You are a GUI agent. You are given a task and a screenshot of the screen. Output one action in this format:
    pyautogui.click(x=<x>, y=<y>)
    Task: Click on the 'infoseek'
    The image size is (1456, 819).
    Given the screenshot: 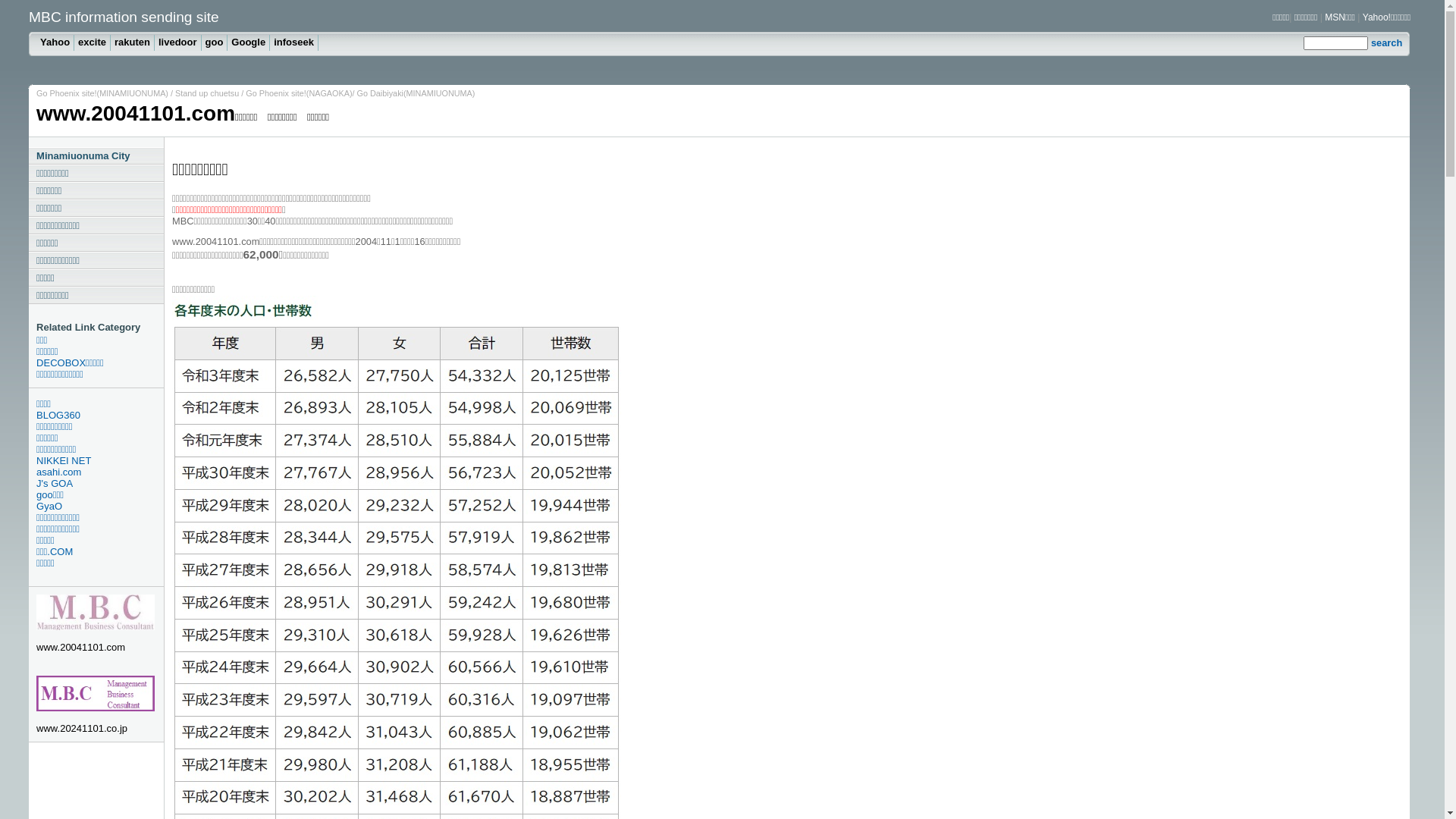 What is the action you would take?
    pyautogui.click(x=294, y=42)
    